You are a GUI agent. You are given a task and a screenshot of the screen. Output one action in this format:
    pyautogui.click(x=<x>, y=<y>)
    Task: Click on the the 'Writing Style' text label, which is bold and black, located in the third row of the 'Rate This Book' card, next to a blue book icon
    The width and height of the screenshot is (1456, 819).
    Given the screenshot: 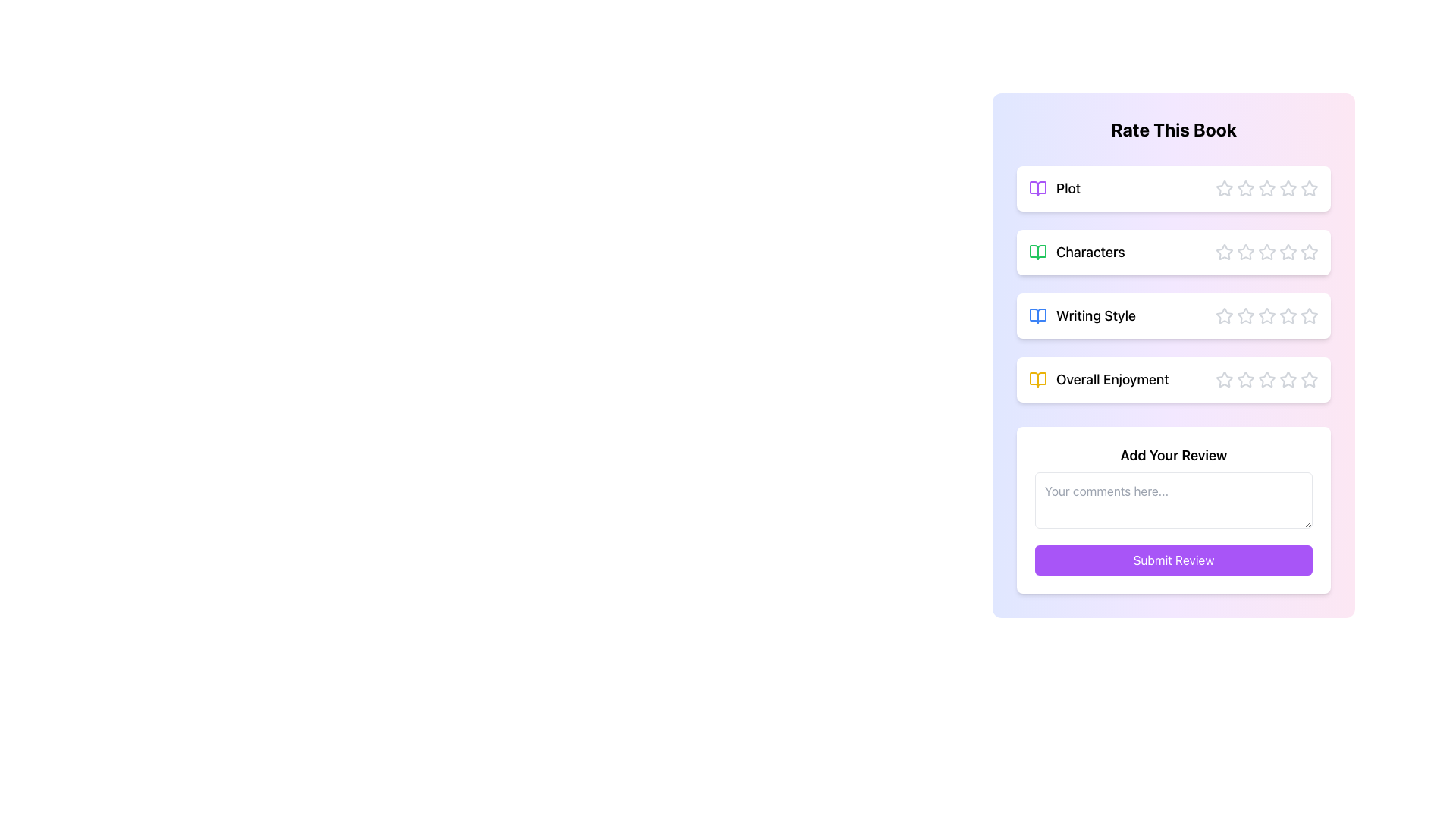 What is the action you would take?
    pyautogui.click(x=1096, y=315)
    